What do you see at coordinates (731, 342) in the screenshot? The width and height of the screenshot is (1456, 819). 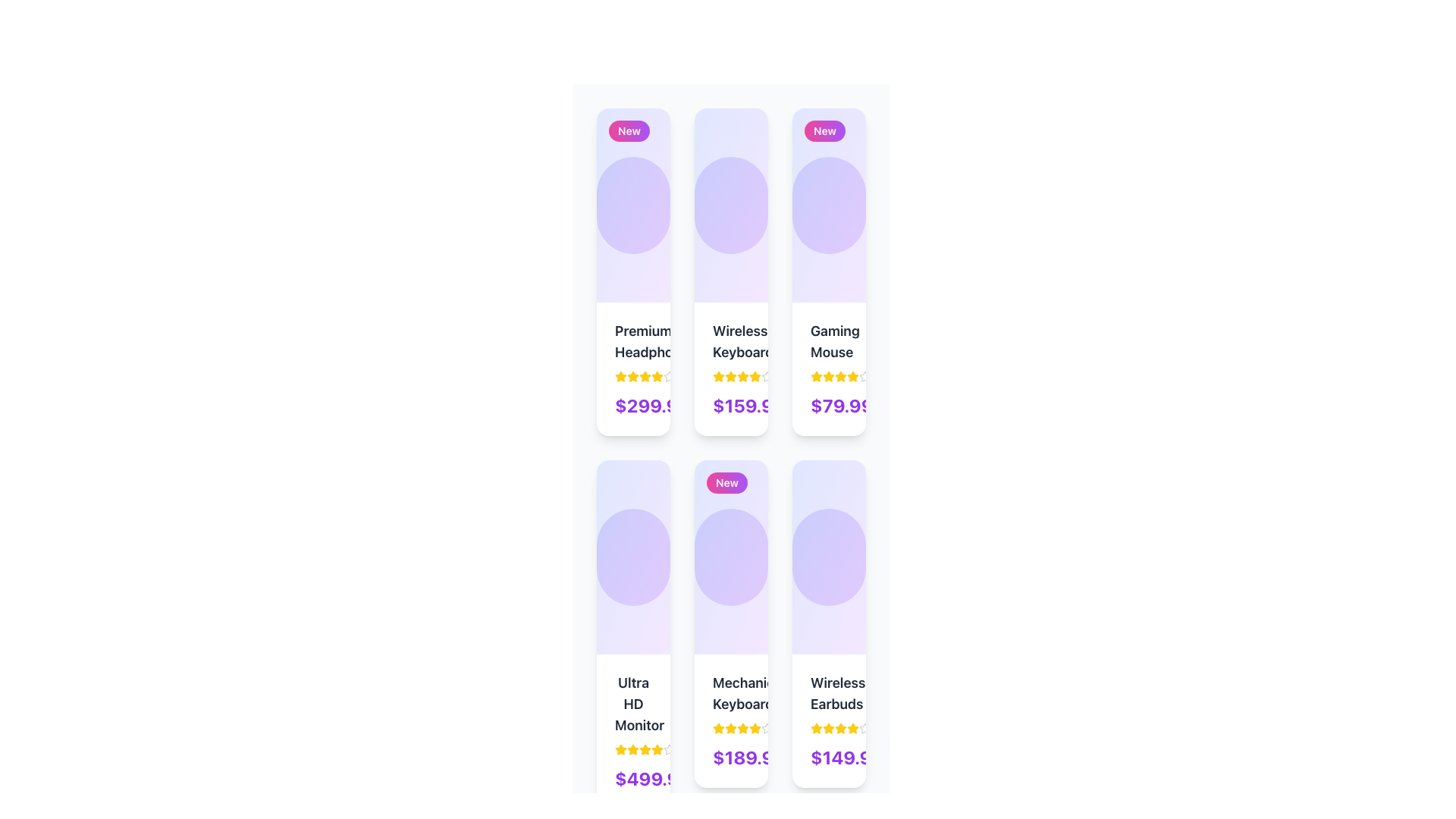 I see `the static text element displaying 'Wireless Keyboard', which is styled in bold gray font and is located in the second column of the top row of a product card grid` at bounding box center [731, 342].